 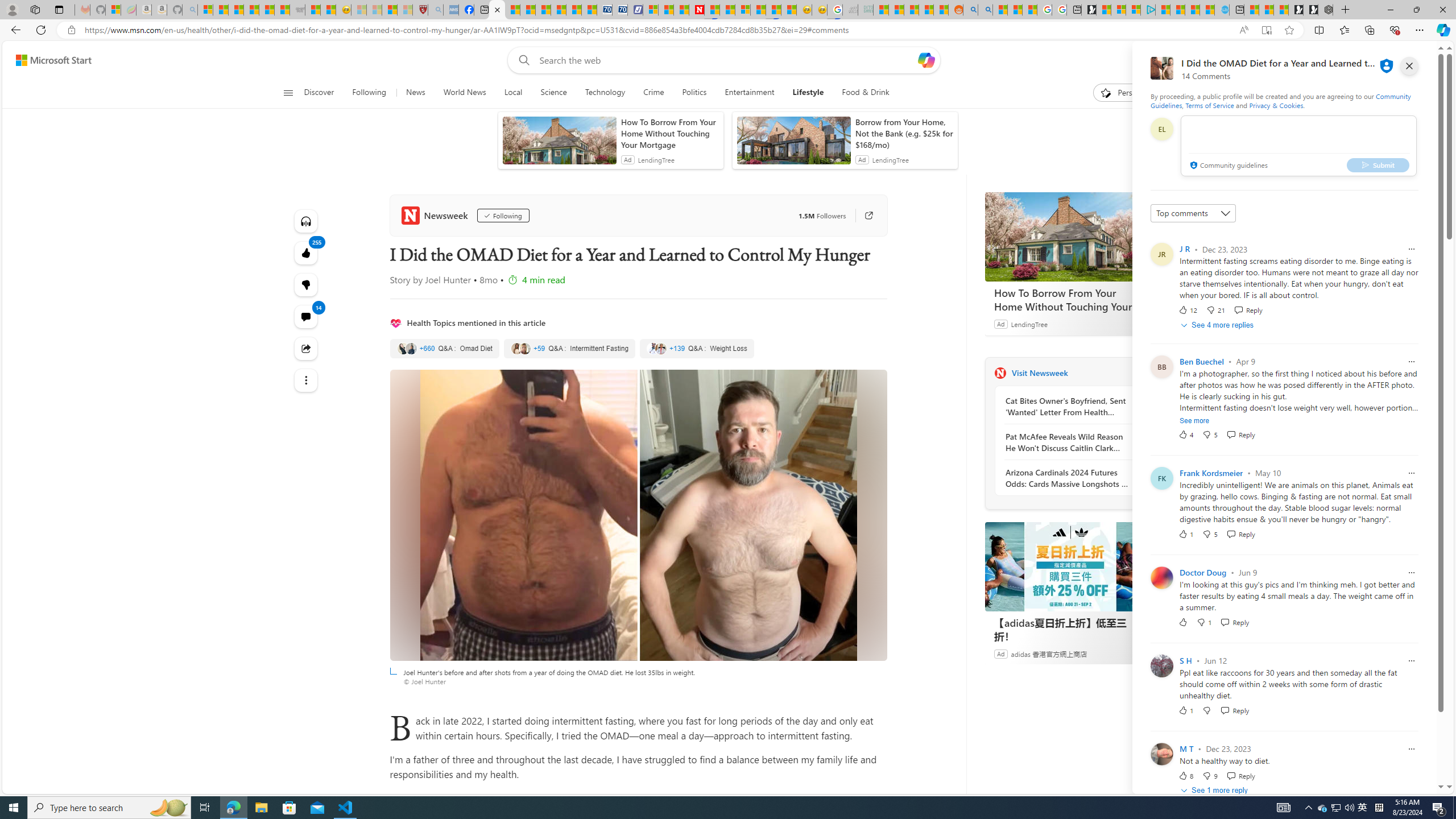 I want to click on 'Sort comments by', so click(x=1192, y=213).